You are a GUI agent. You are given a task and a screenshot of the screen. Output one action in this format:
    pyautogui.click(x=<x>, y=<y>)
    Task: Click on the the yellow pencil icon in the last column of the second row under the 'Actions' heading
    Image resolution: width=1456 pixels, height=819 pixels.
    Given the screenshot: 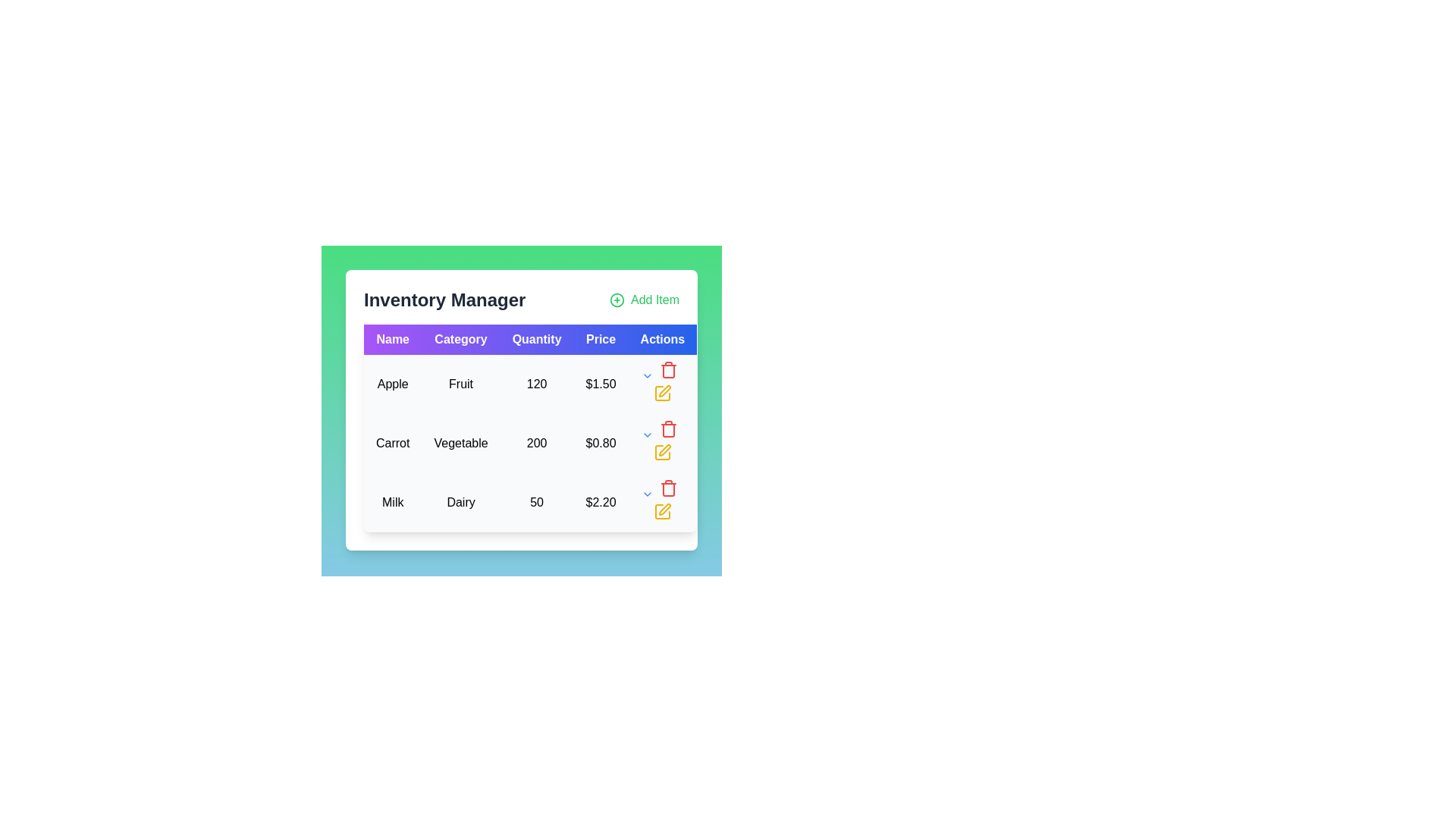 What is the action you would take?
    pyautogui.click(x=662, y=444)
    